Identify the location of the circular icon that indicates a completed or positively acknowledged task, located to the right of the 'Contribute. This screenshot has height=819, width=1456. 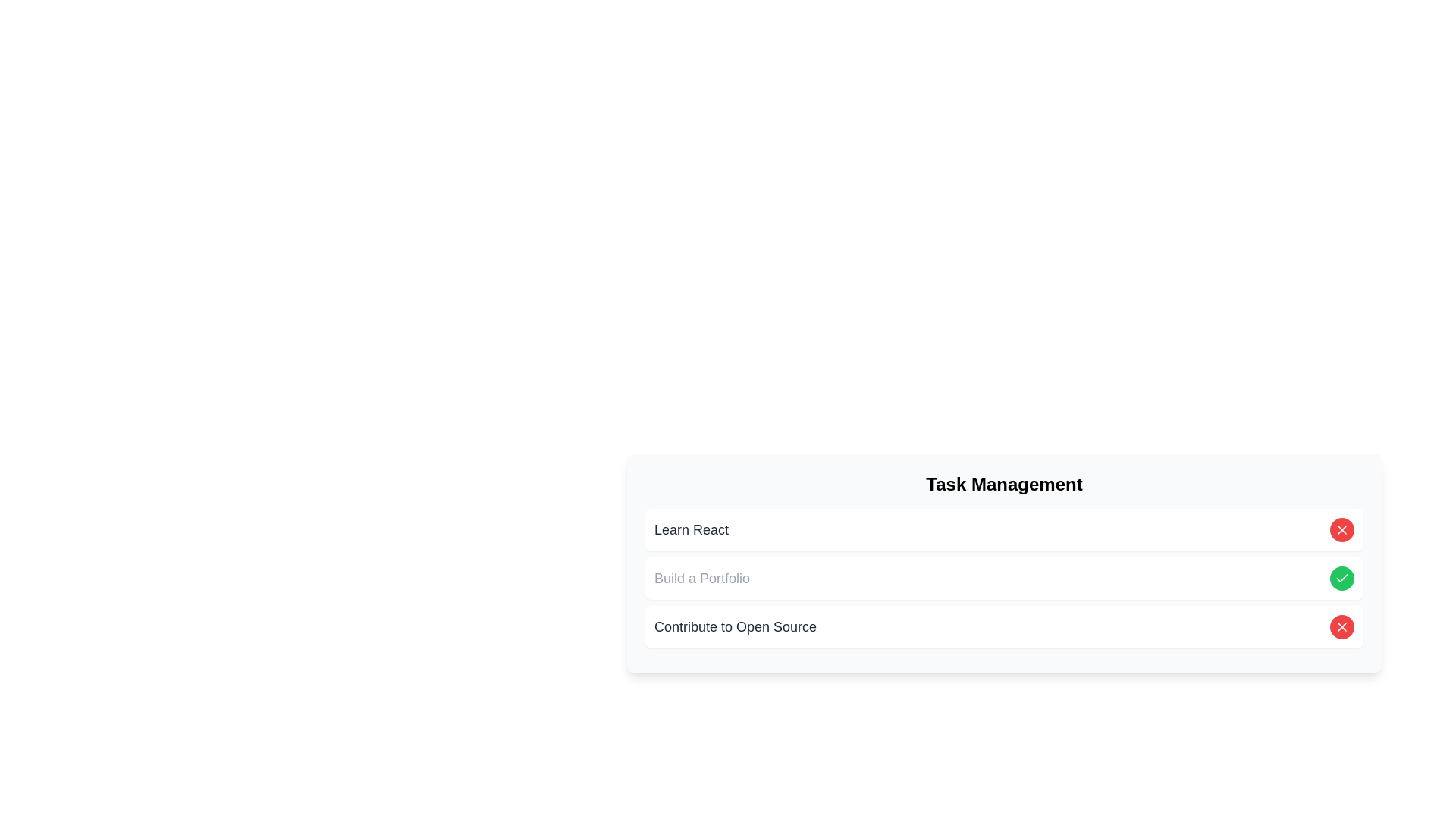
(1342, 578).